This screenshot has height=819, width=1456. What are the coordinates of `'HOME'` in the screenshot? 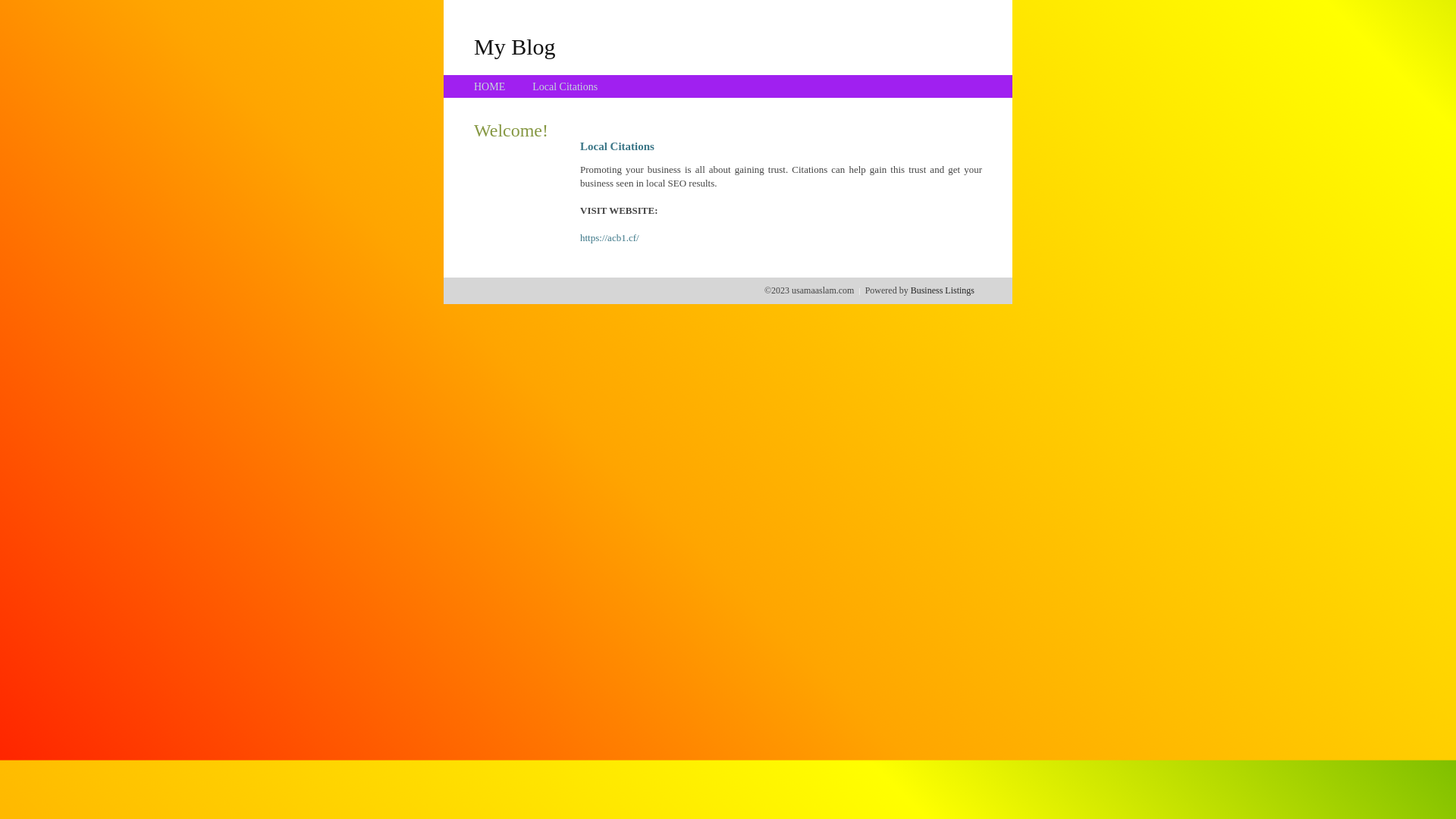 It's located at (489, 86).